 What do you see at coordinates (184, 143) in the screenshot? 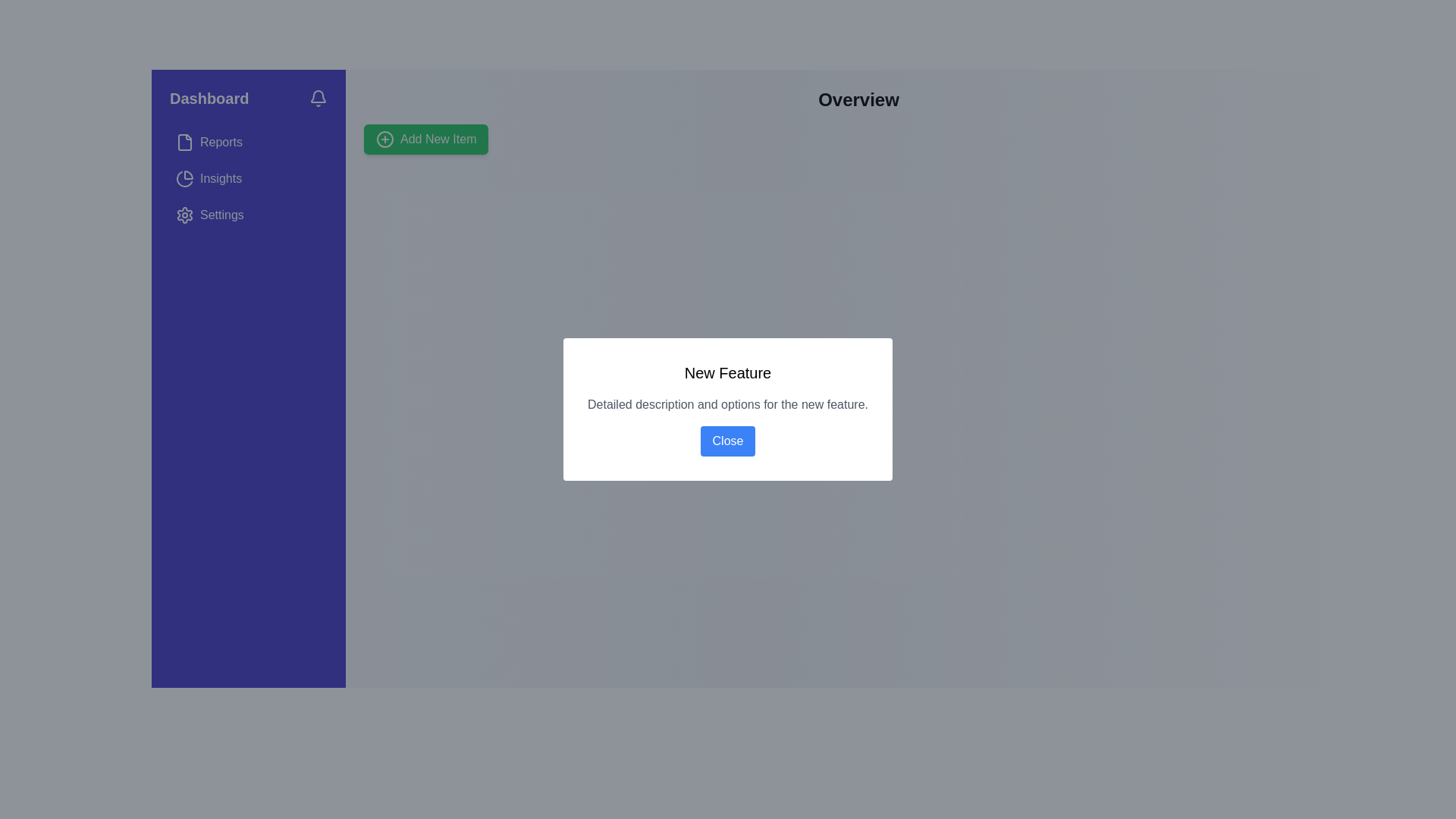
I see `the document icon, which is represented as a rectangular shape with a fold at the top right corner, located in the vertical navigation bar on the left, above the 'Reports' text` at bounding box center [184, 143].